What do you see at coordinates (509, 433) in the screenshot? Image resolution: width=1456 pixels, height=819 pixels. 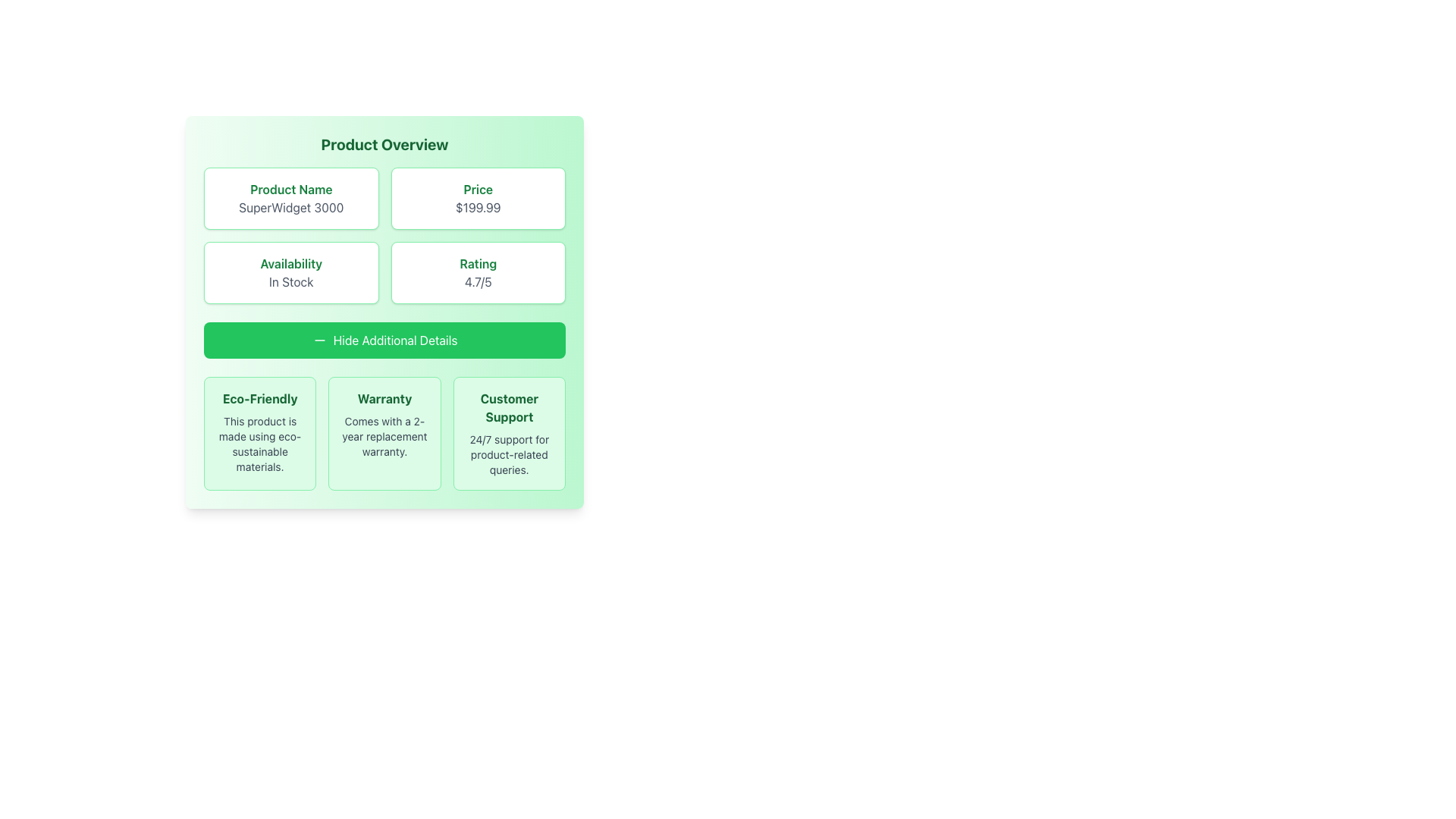 I see `the rectangular green banner titled 'Customer Support' located in the bottom-right corner of the 'Product Overview' section` at bounding box center [509, 433].